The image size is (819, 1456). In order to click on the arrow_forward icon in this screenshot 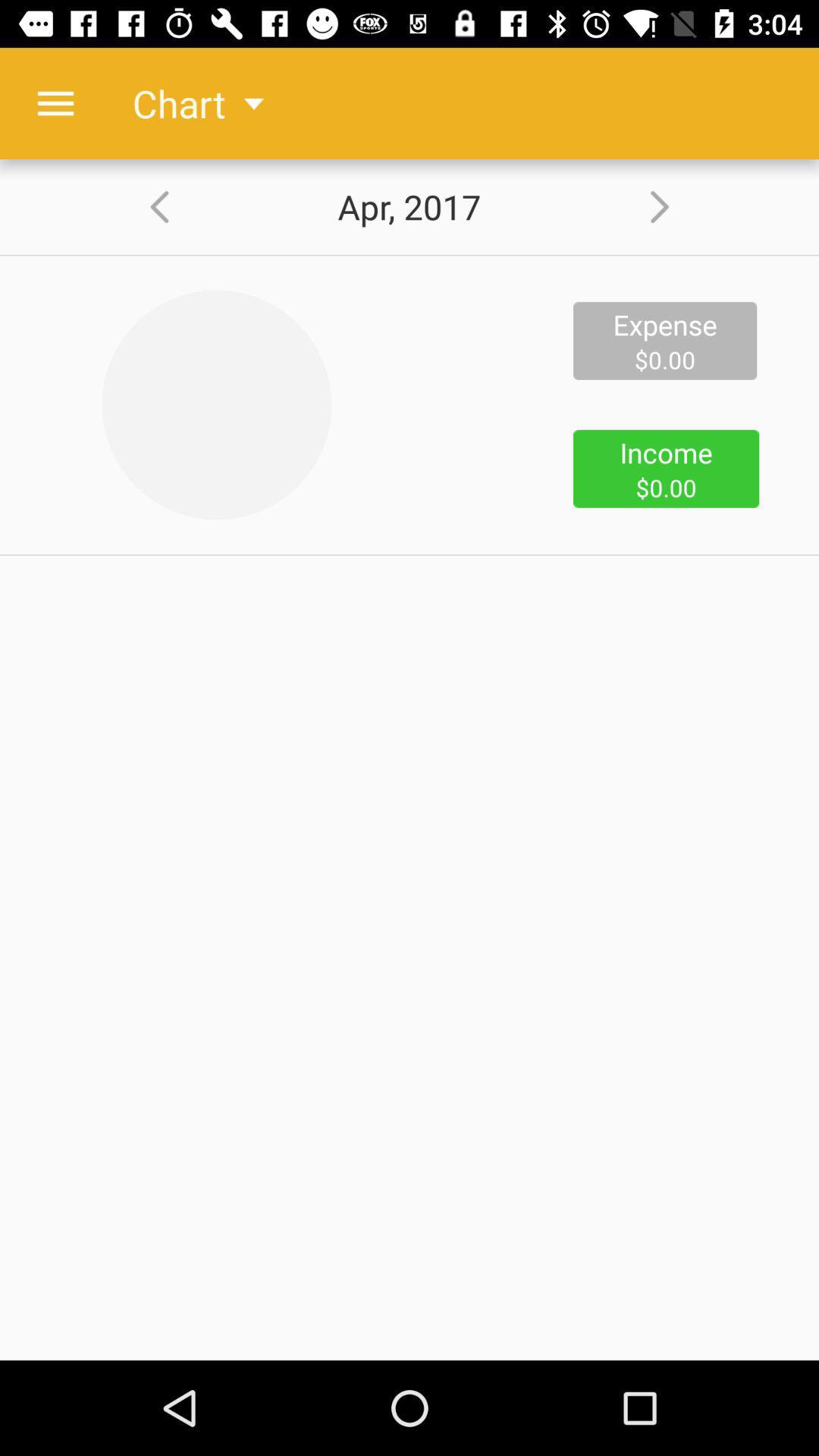, I will do `click(669, 206)`.